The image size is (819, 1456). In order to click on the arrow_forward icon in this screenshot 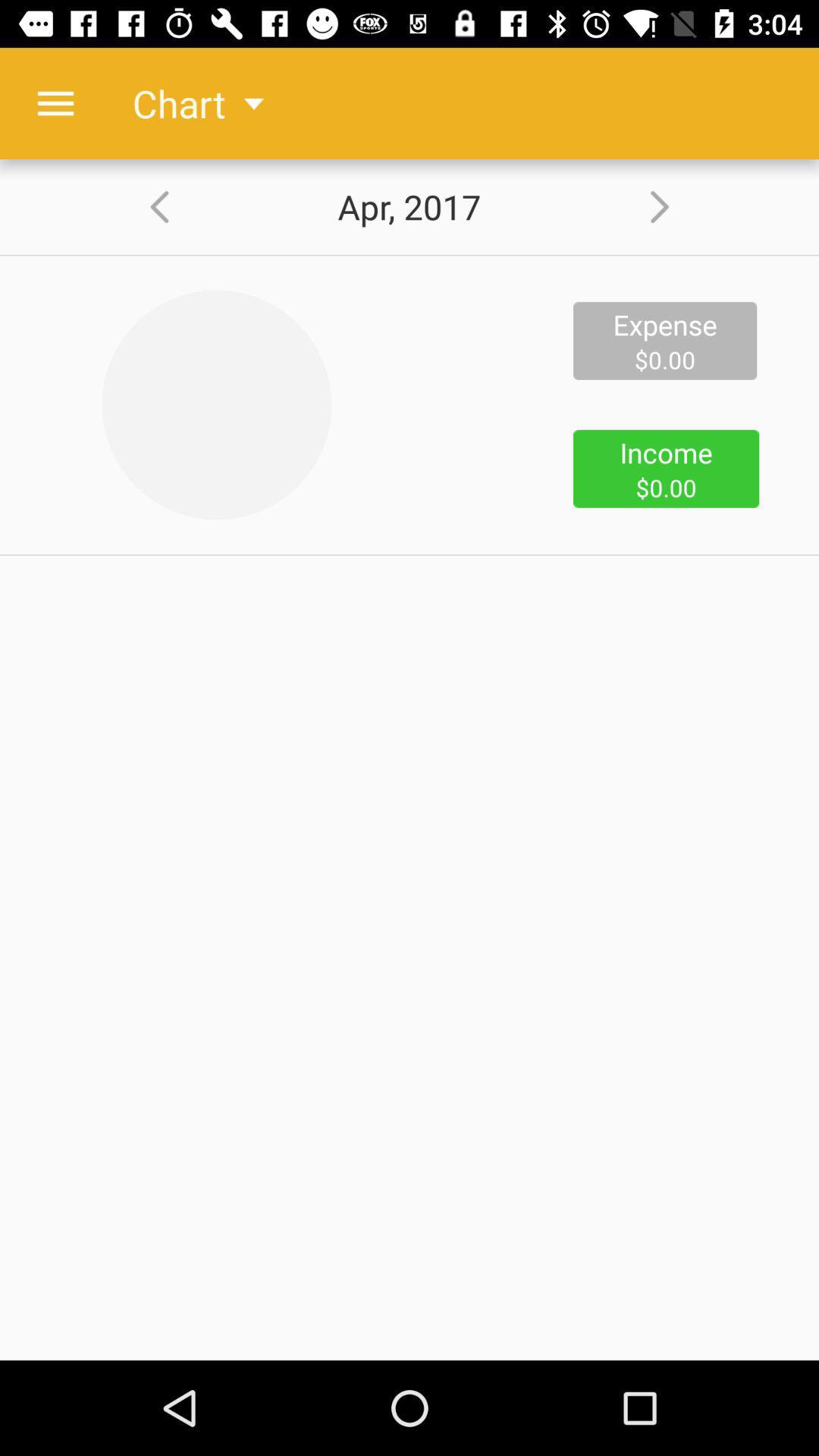, I will do `click(669, 206)`.